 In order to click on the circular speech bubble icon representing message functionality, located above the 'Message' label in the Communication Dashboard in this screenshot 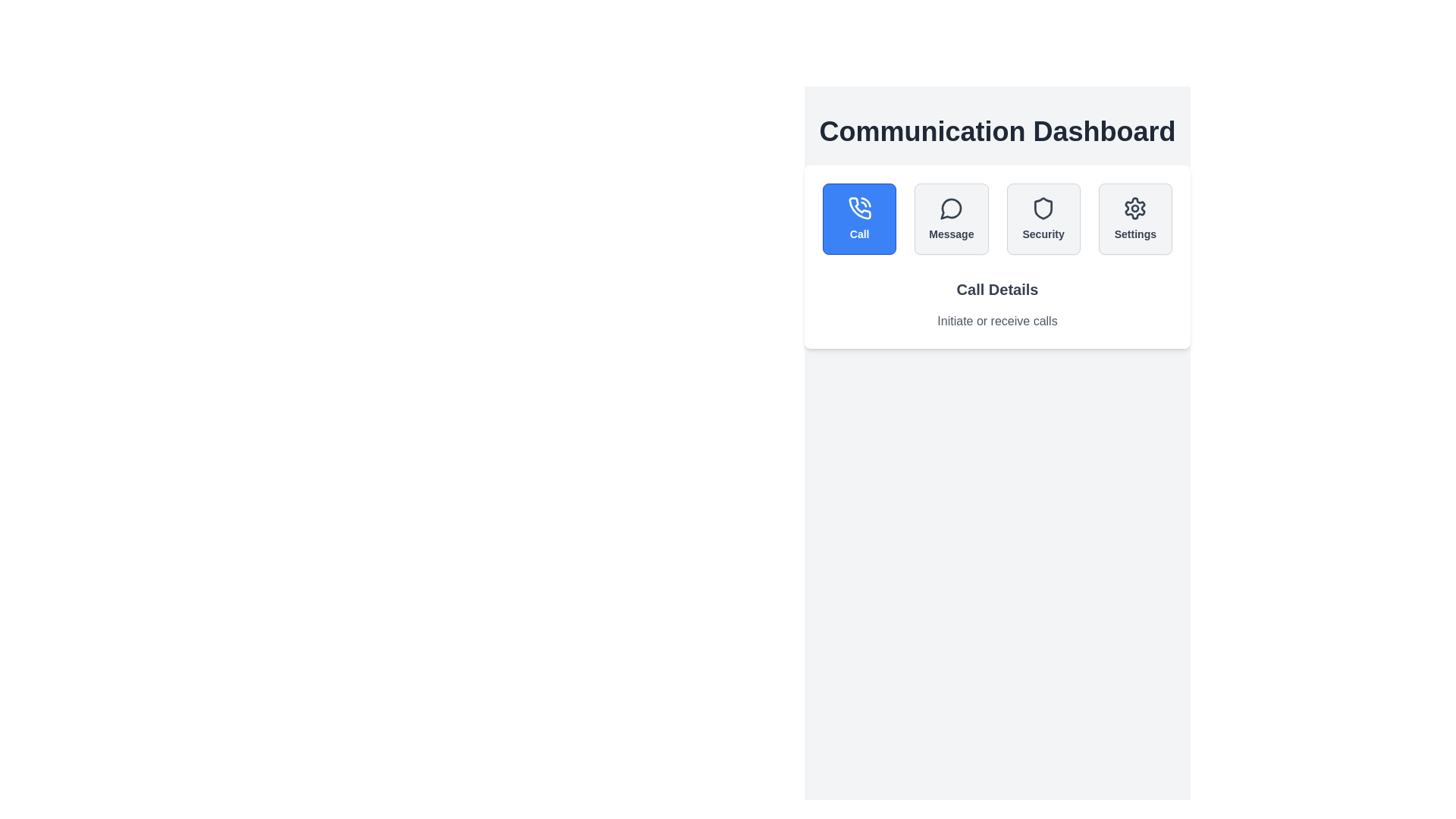, I will do `click(950, 208)`.